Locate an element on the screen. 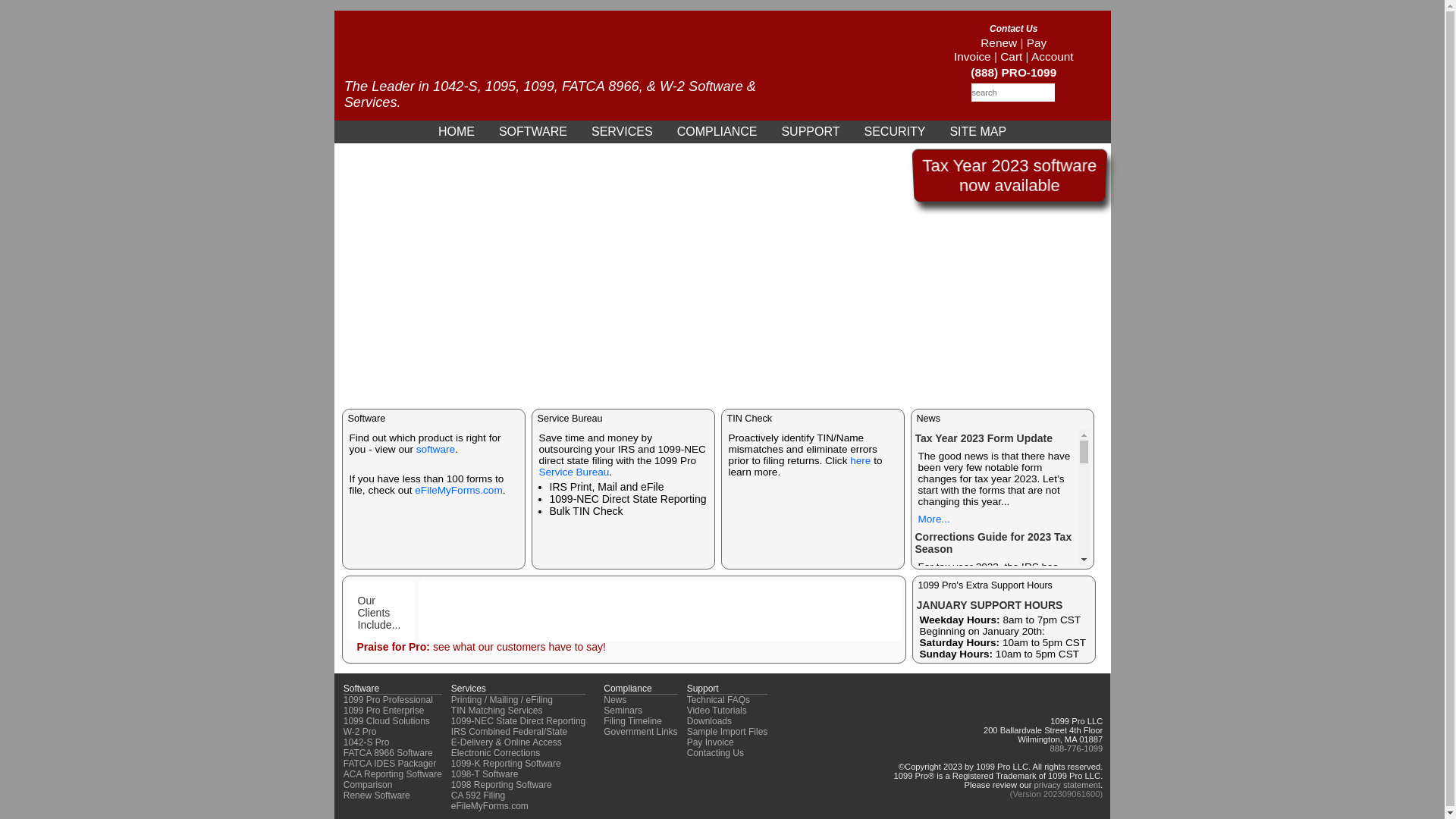  'Technical FAQs' is located at coordinates (717, 699).